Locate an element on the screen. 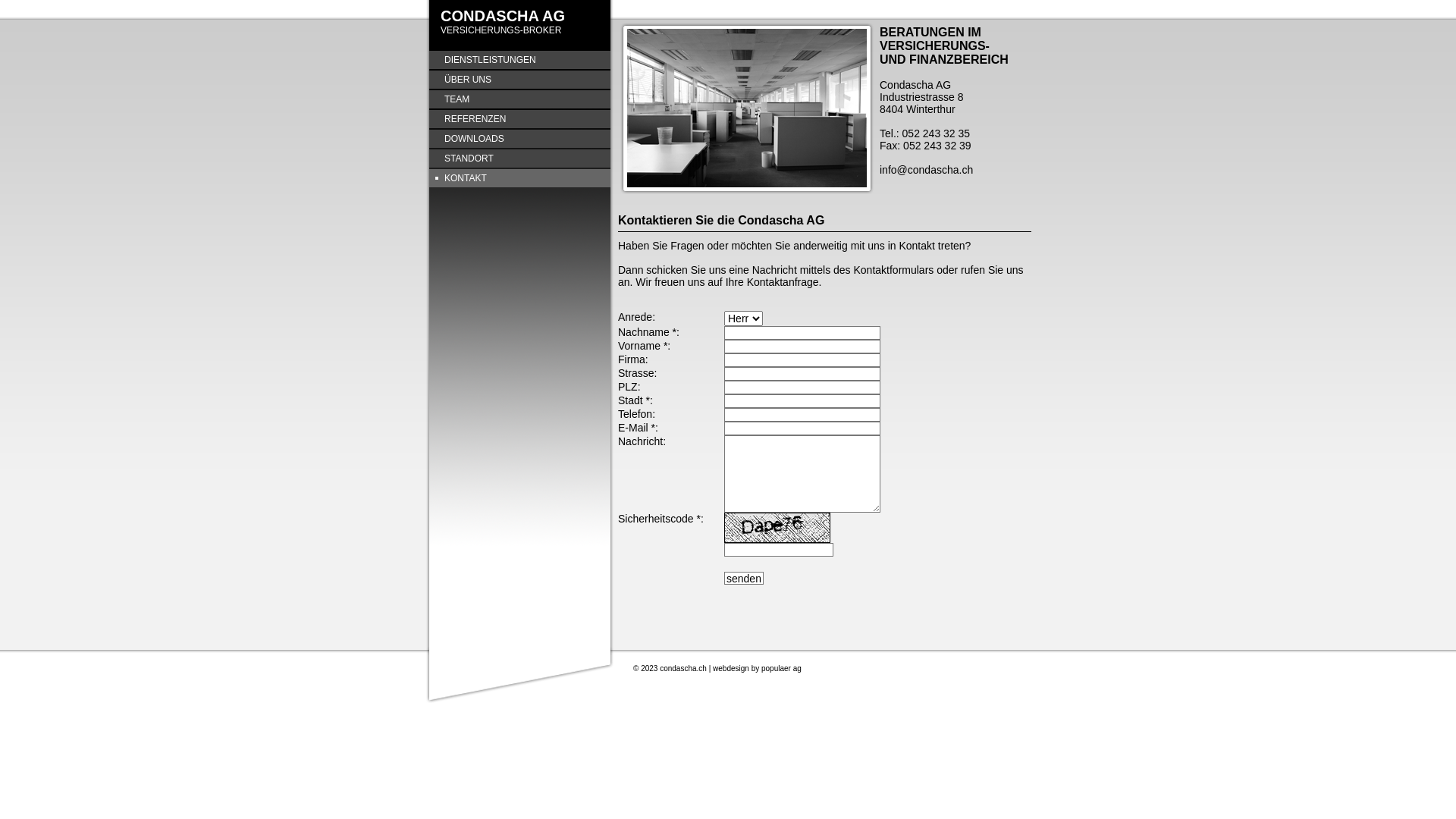  'TEAM' is located at coordinates (519, 99).